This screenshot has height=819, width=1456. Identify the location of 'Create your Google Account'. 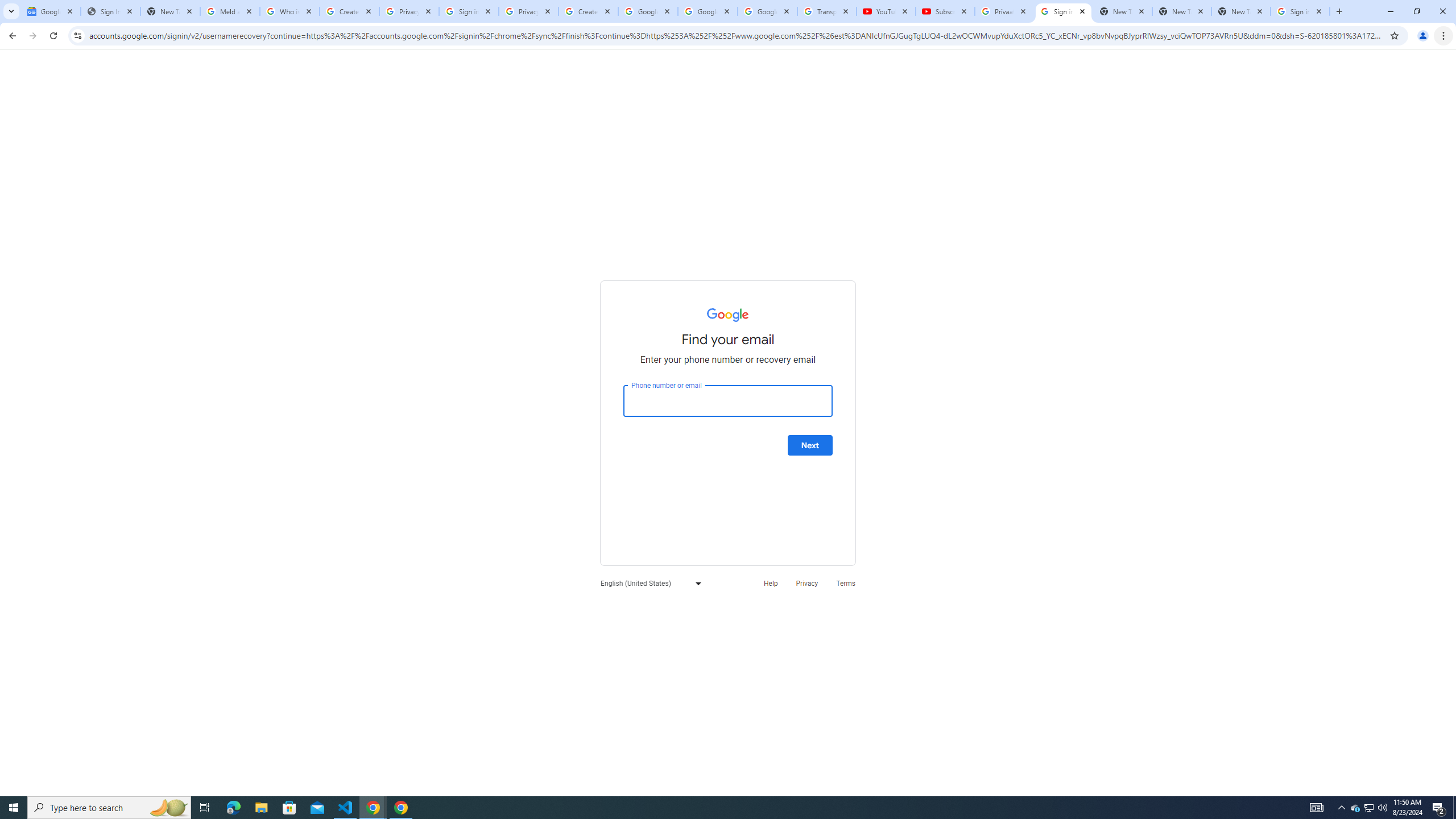
(588, 11).